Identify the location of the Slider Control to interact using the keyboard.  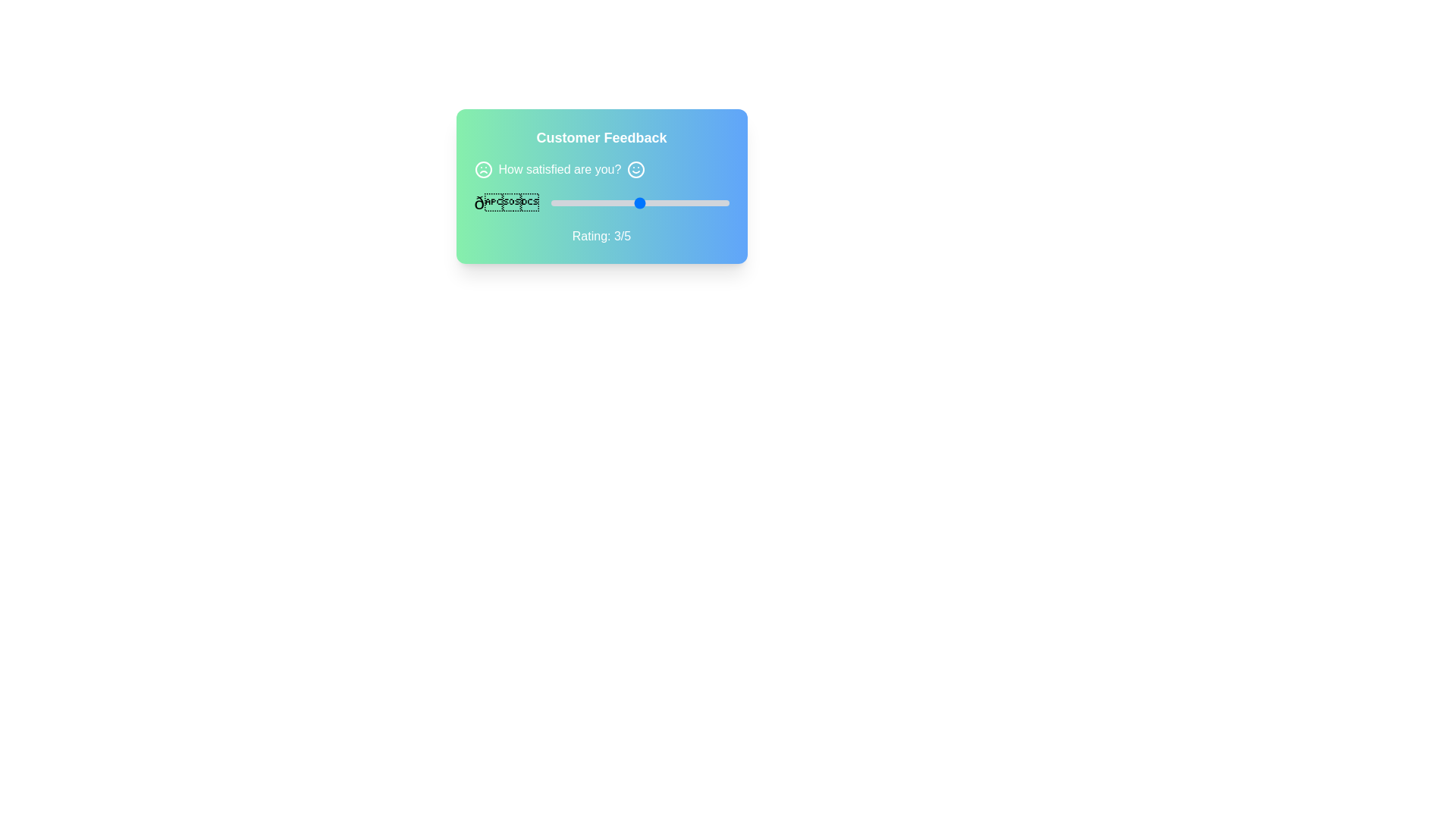
(640, 202).